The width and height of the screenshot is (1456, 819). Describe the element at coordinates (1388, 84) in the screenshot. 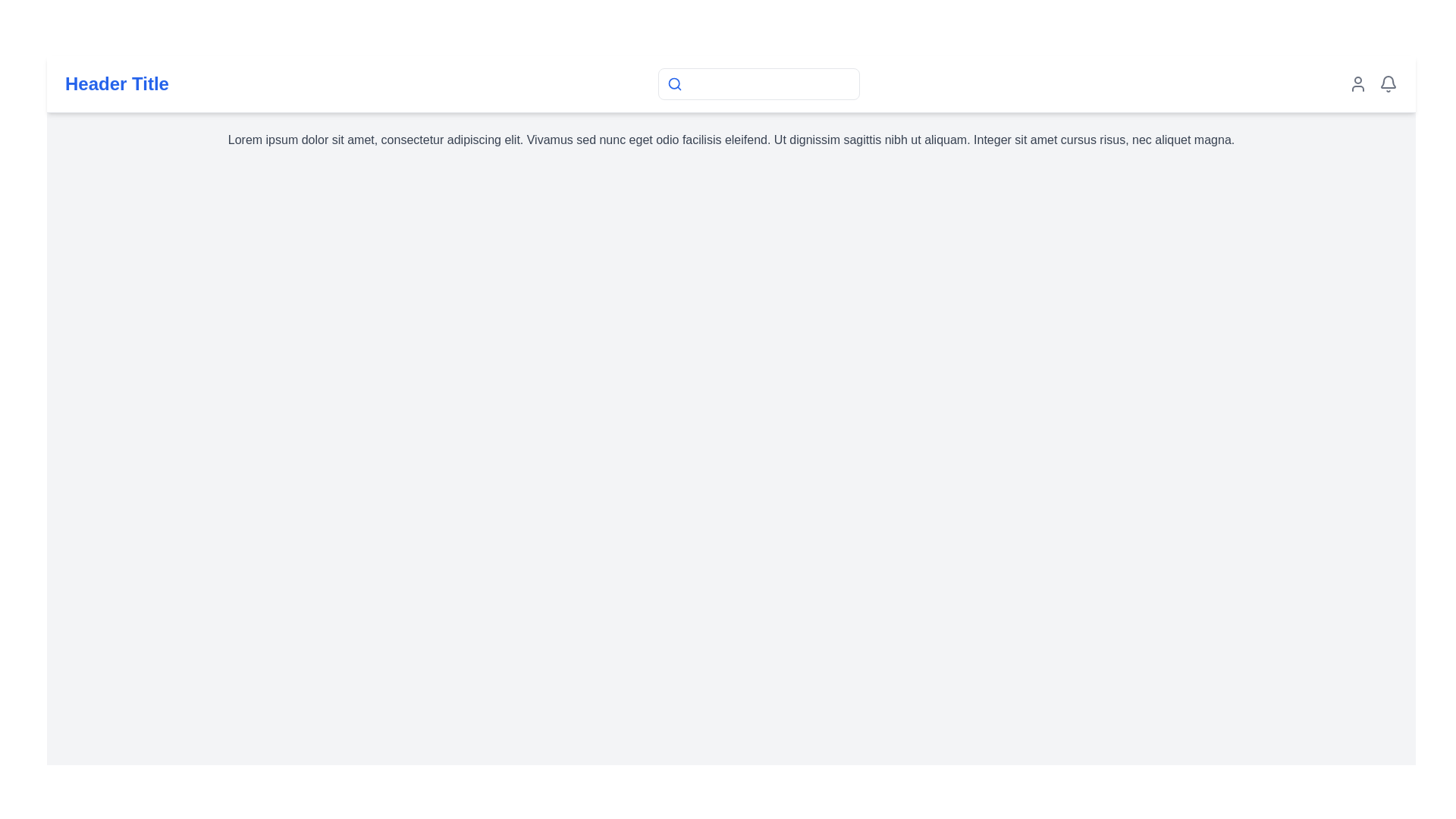

I see `the notification bell icon in the header section to change its color` at that location.